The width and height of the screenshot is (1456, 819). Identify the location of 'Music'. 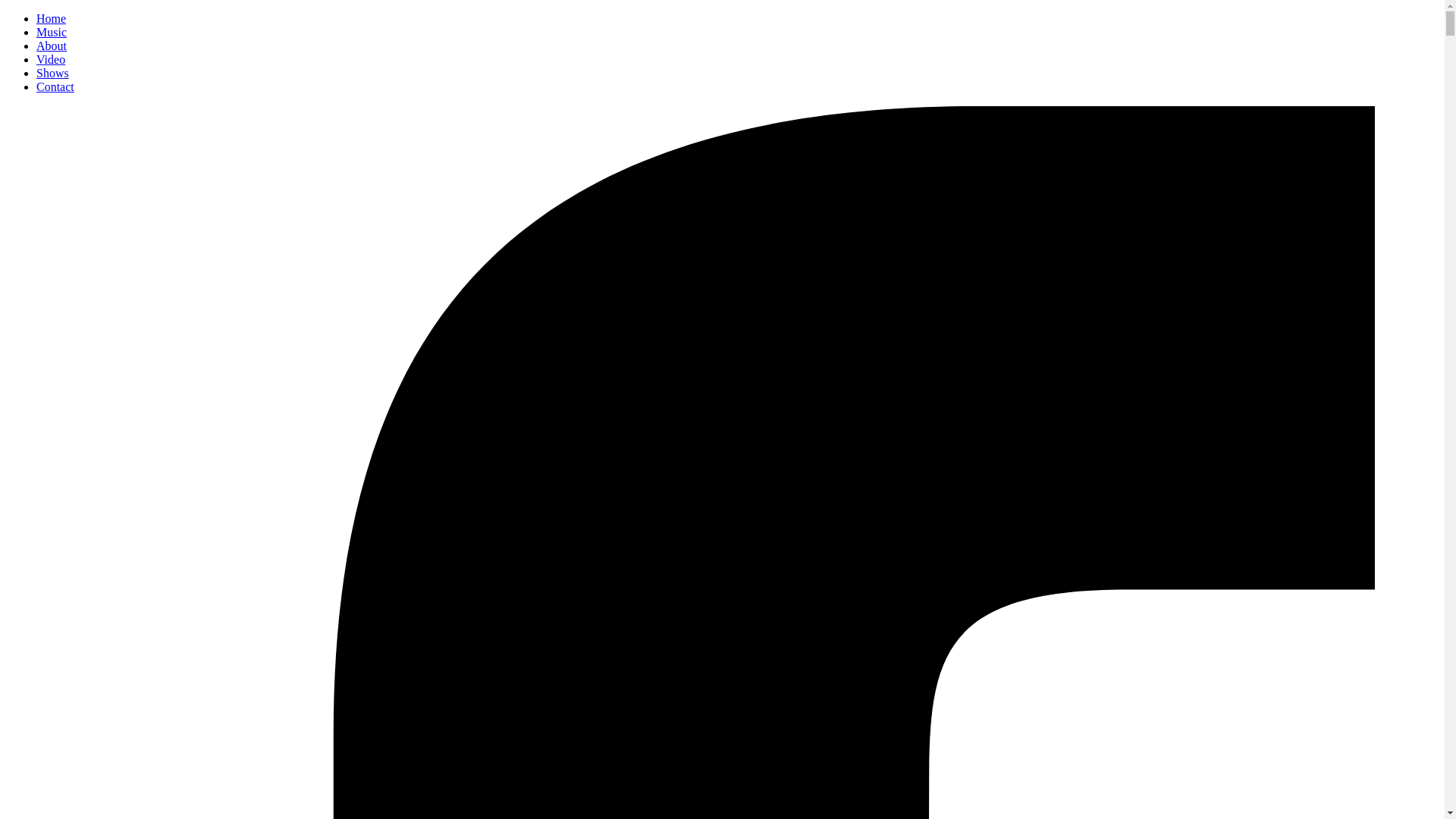
(51, 32).